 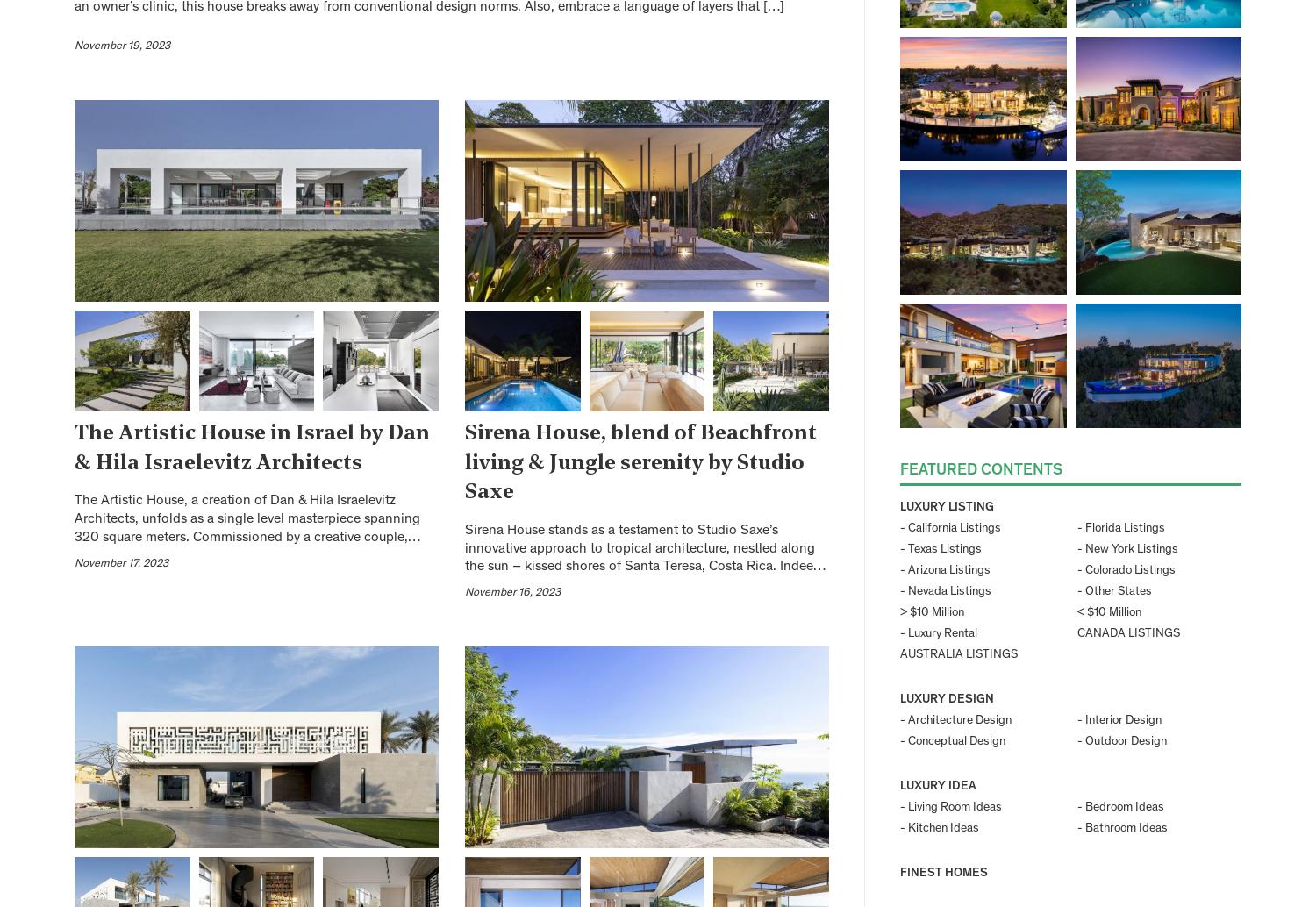 I want to click on '- Conceptual Design', so click(x=952, y=739).